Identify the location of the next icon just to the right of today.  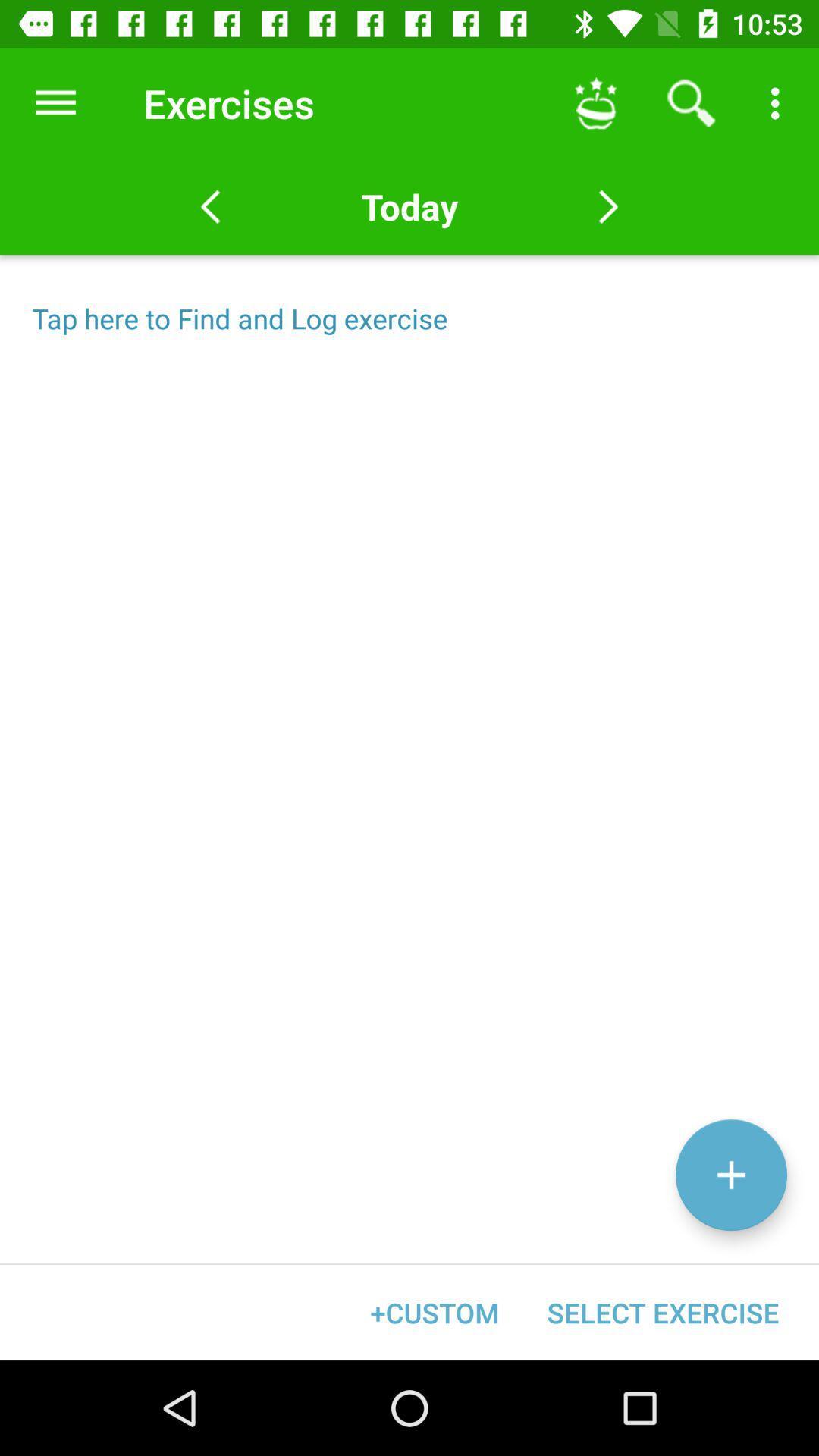
(607, 206).